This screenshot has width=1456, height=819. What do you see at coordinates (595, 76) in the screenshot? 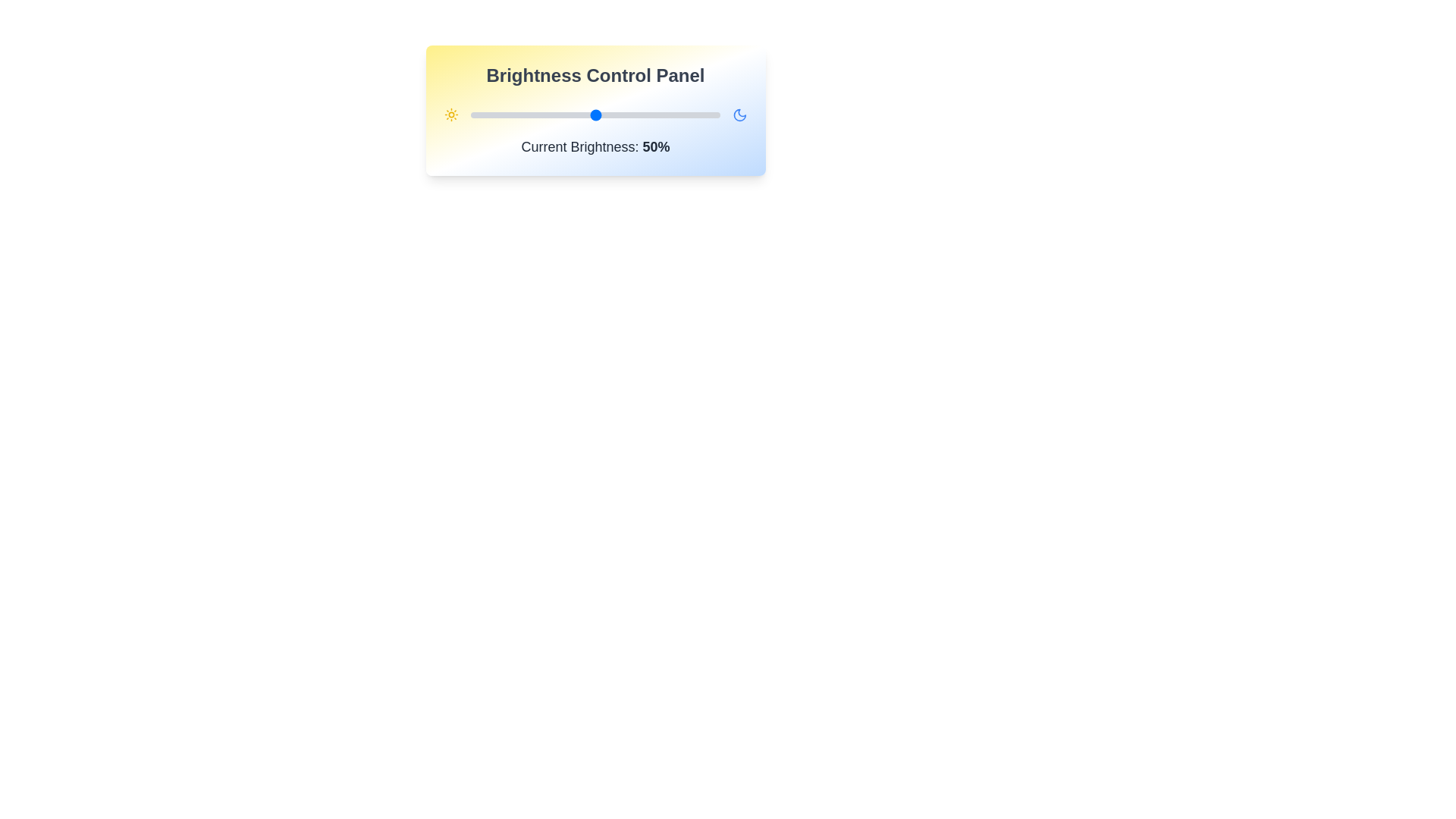
I see `the bold heading 'Brightness Control Panel'` at bounding box center [595, 76].